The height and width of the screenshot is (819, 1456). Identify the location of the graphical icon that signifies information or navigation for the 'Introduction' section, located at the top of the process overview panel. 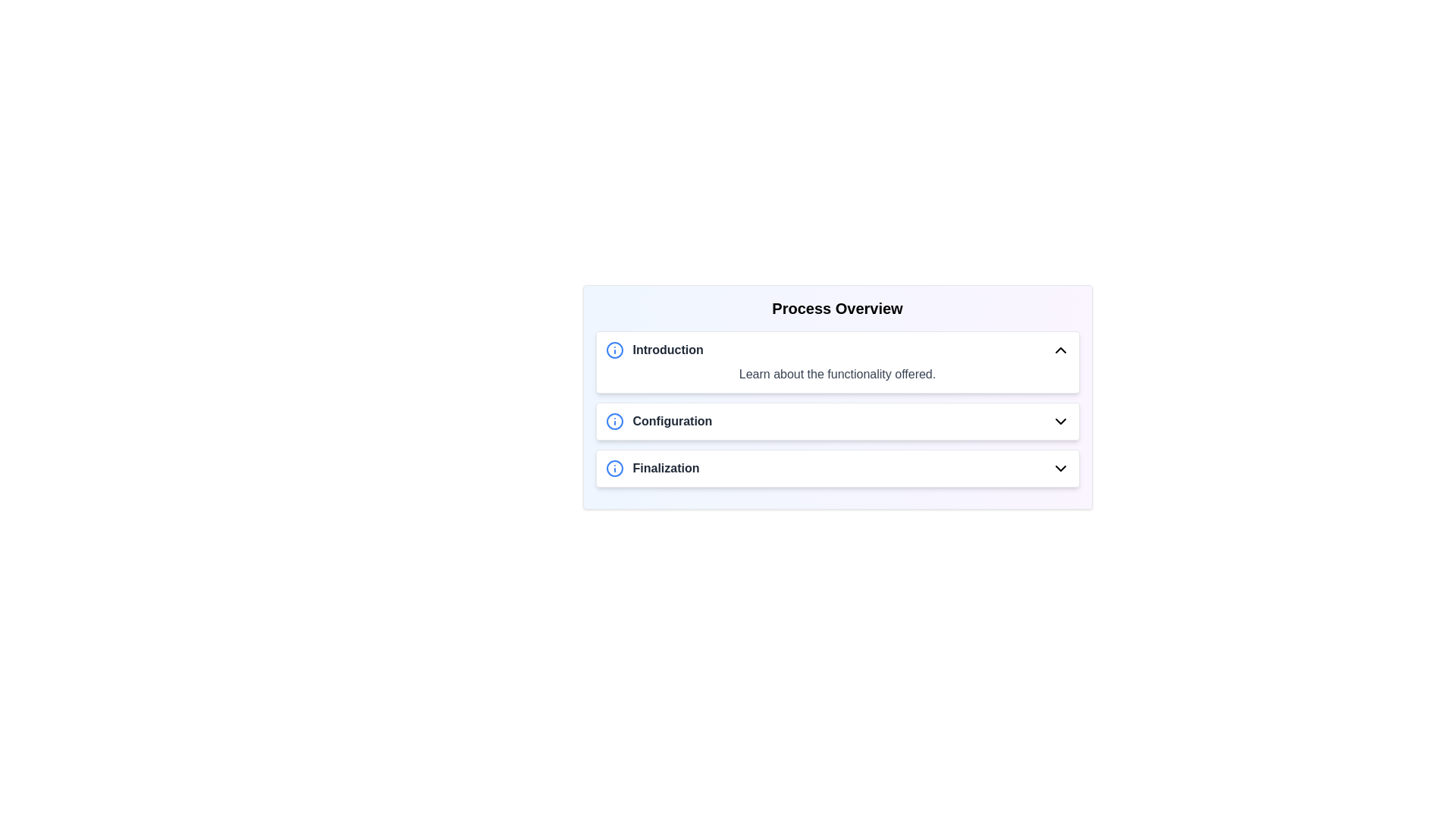
(614, 350).